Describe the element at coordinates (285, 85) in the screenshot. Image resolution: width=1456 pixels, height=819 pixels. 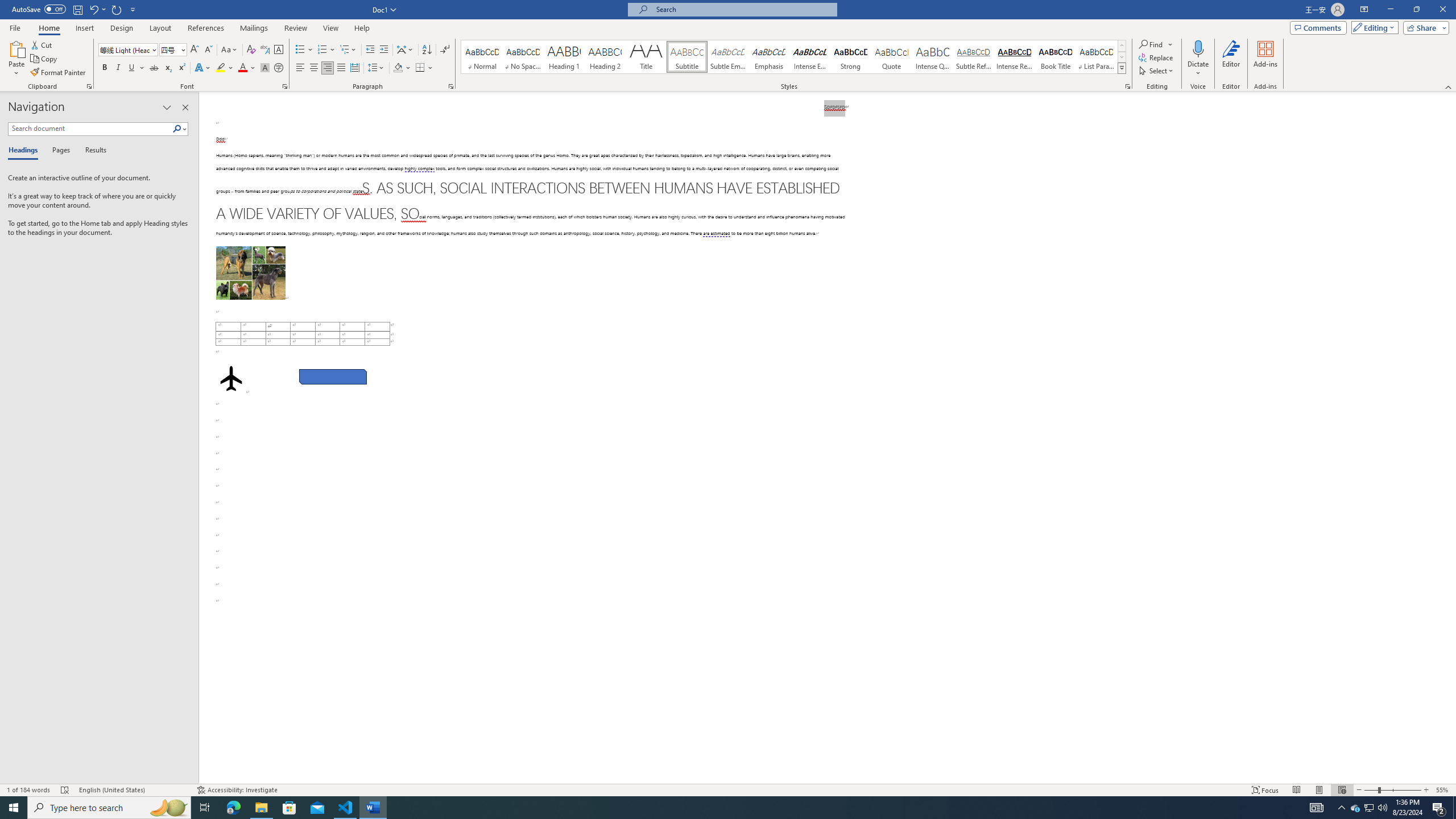
I see `'Font...'` at that location.